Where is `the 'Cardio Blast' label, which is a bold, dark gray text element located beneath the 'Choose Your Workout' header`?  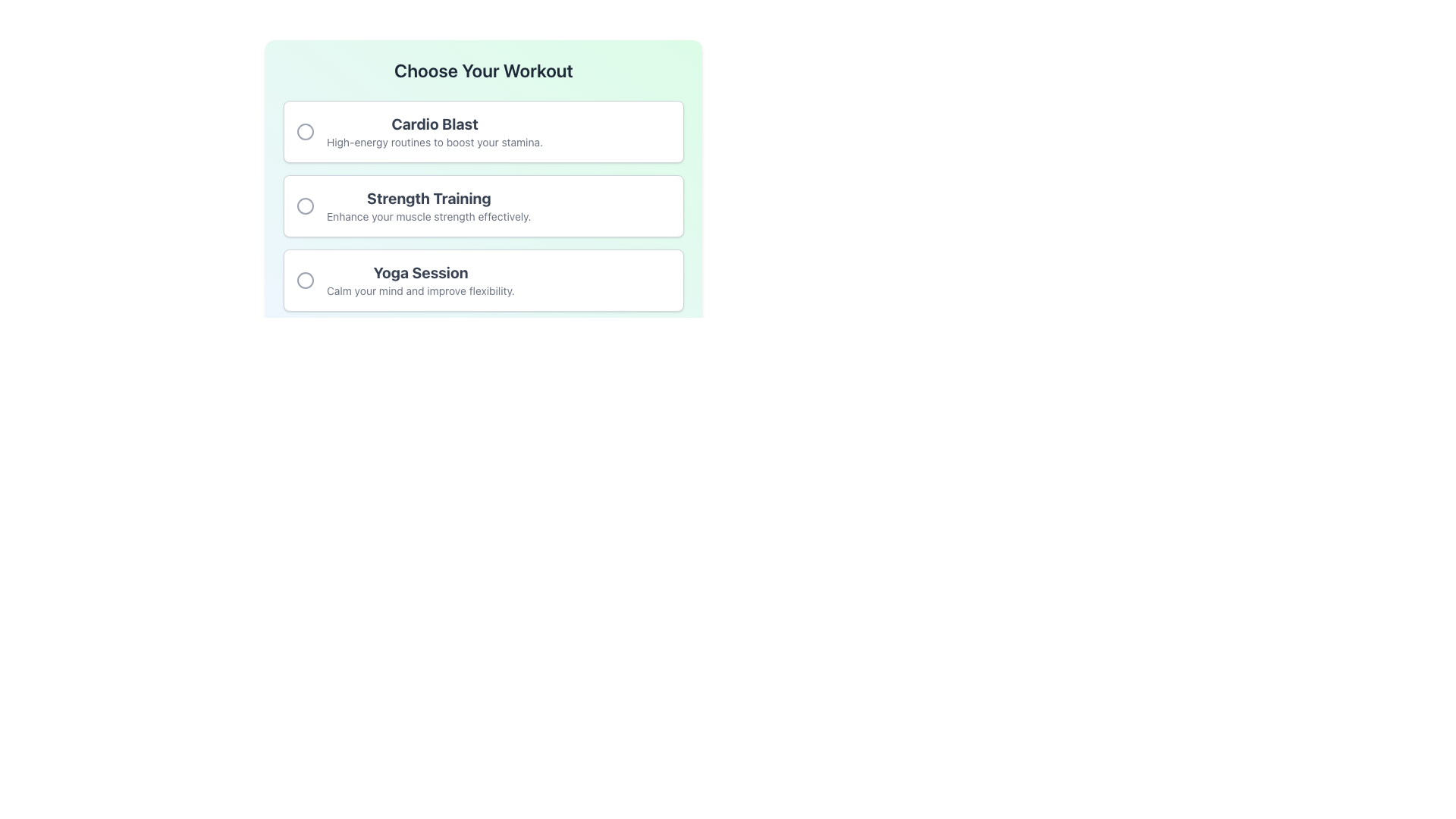
the 'Cardio Blast' label, which is a bold, dark gray text element located beneath the 'Choose Your Workout' header is located at coordinates (434, 124).